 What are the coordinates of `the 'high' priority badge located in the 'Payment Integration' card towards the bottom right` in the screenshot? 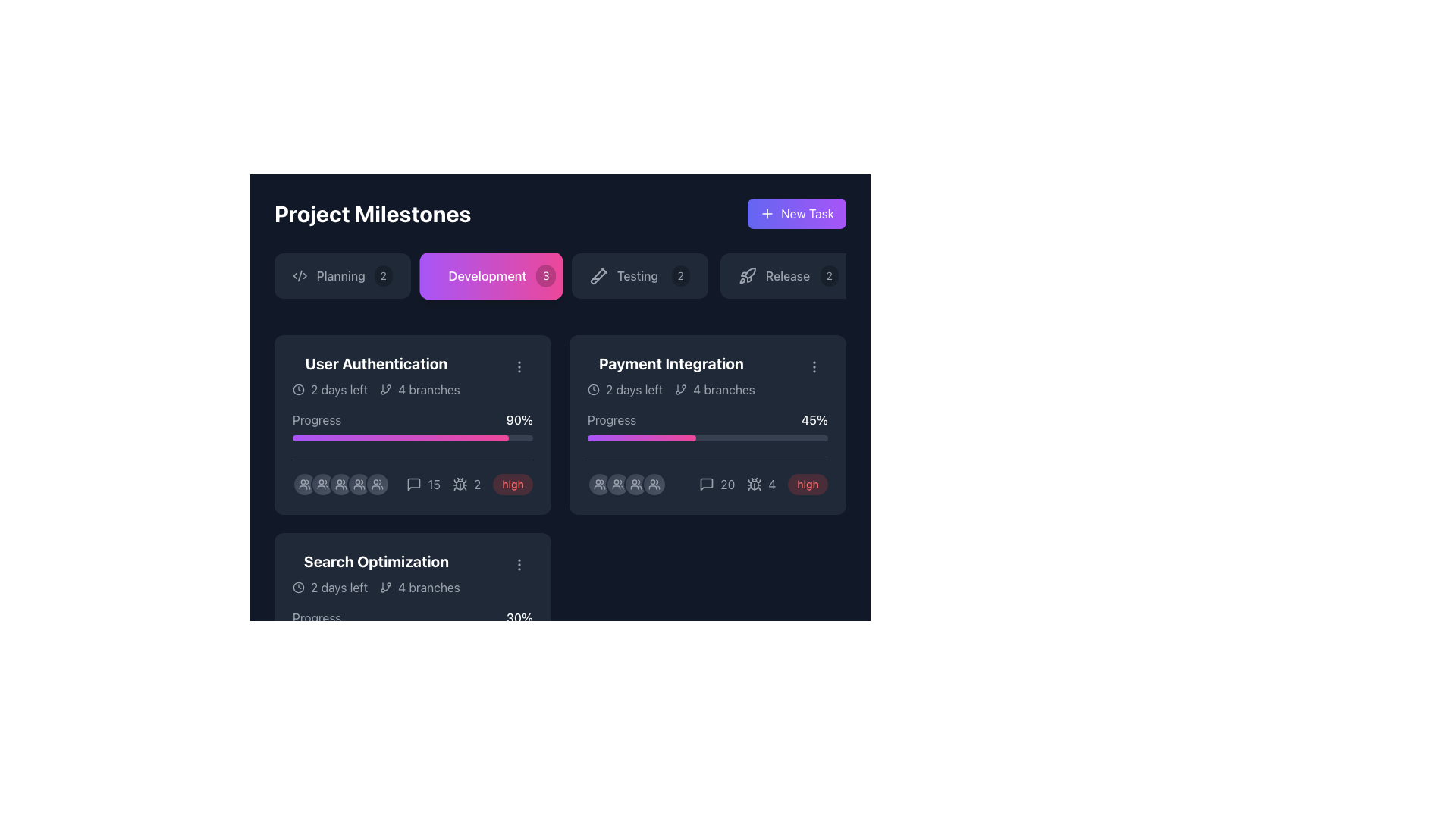 It's located at (807, 485).